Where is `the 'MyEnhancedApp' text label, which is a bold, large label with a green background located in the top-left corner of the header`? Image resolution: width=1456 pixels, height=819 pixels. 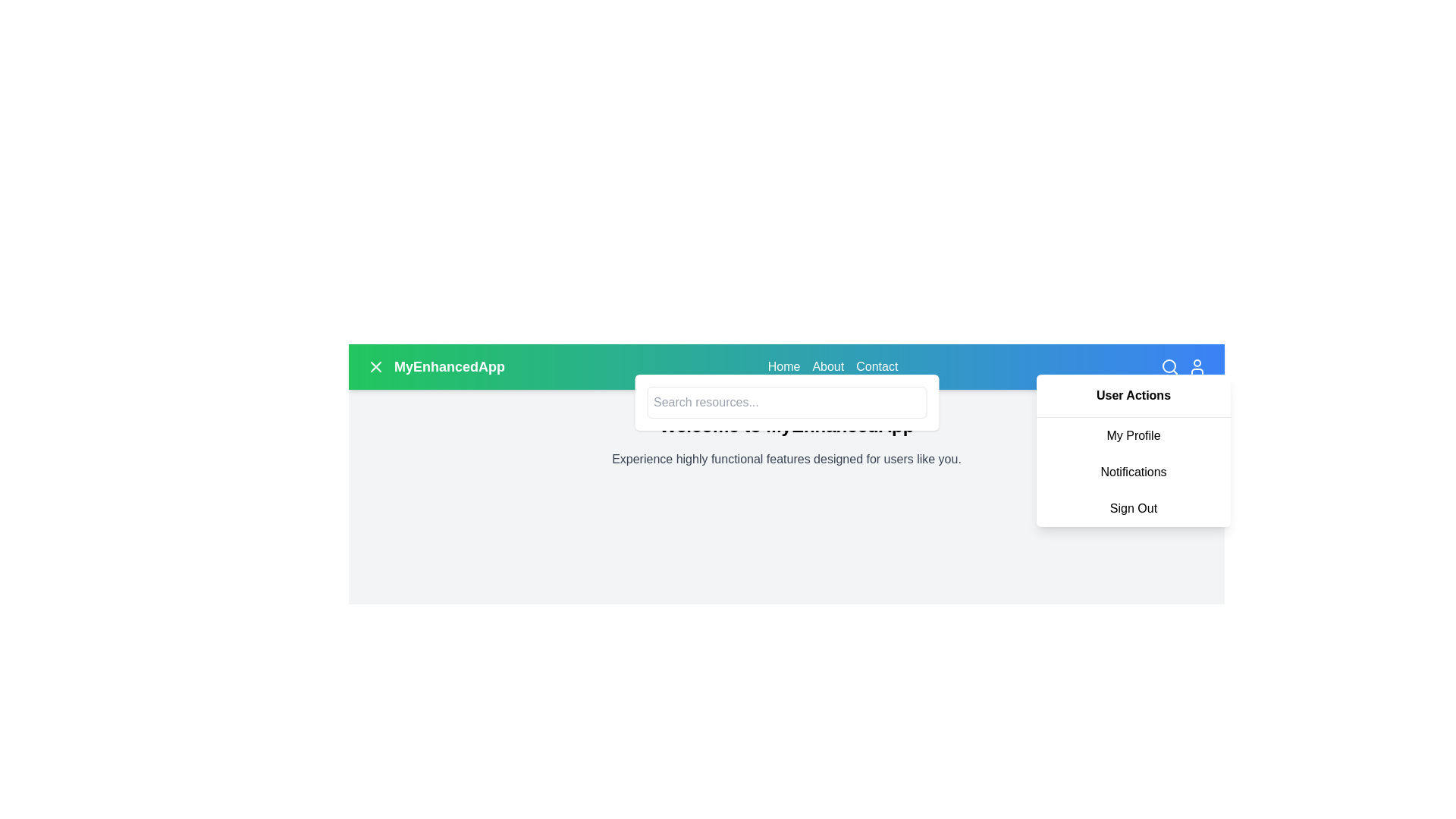
the 'MyEnhancedApp' text label, which is a bold, large label with a green background located in the top-left corner of the header is located at coordinates (449, 366).